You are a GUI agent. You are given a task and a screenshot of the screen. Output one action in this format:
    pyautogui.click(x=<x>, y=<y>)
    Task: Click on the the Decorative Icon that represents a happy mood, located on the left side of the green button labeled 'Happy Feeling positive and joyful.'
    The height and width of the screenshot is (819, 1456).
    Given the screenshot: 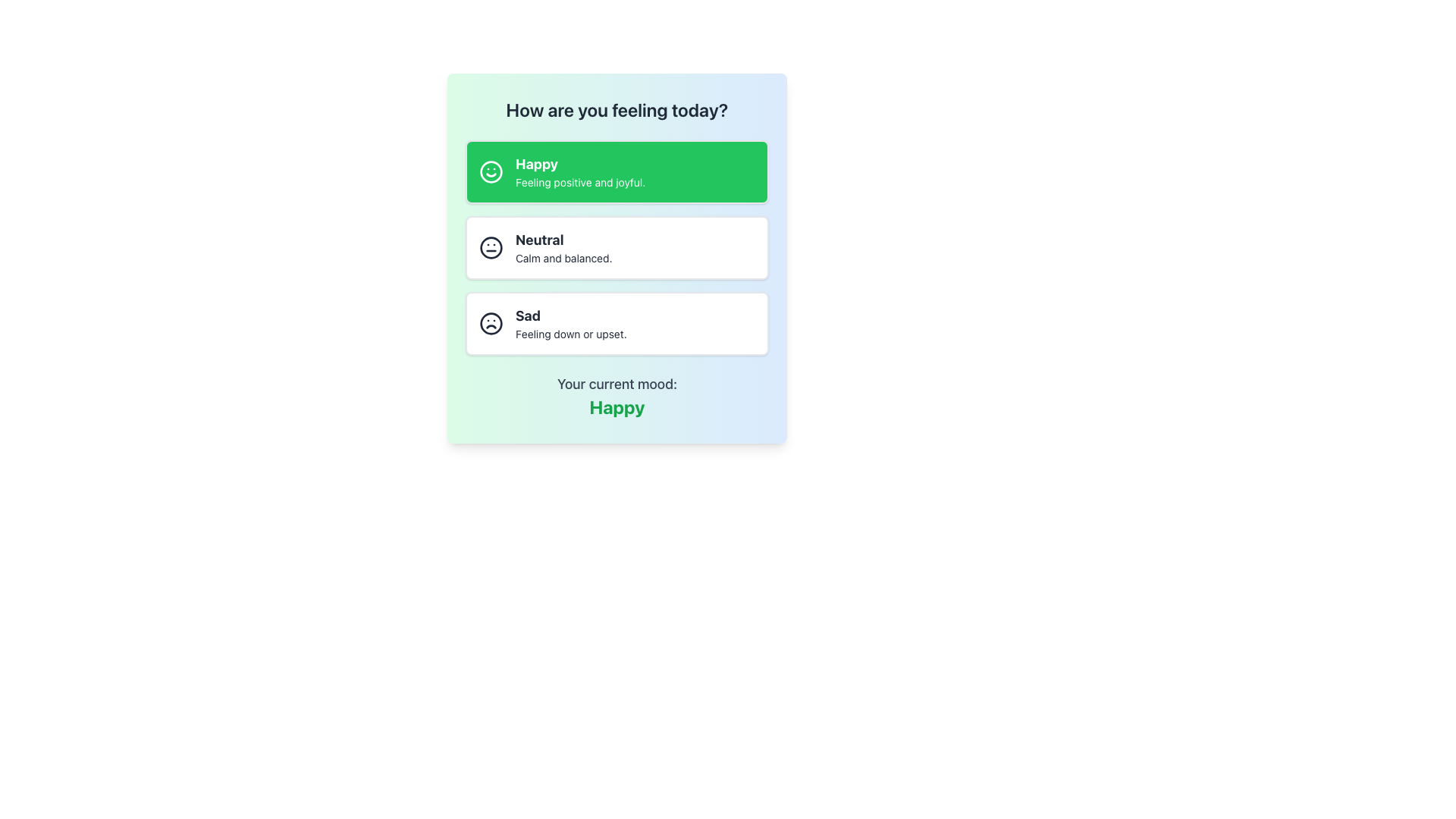 What is the action you would take?
    pyautogui.click(x=491, y=171)
    